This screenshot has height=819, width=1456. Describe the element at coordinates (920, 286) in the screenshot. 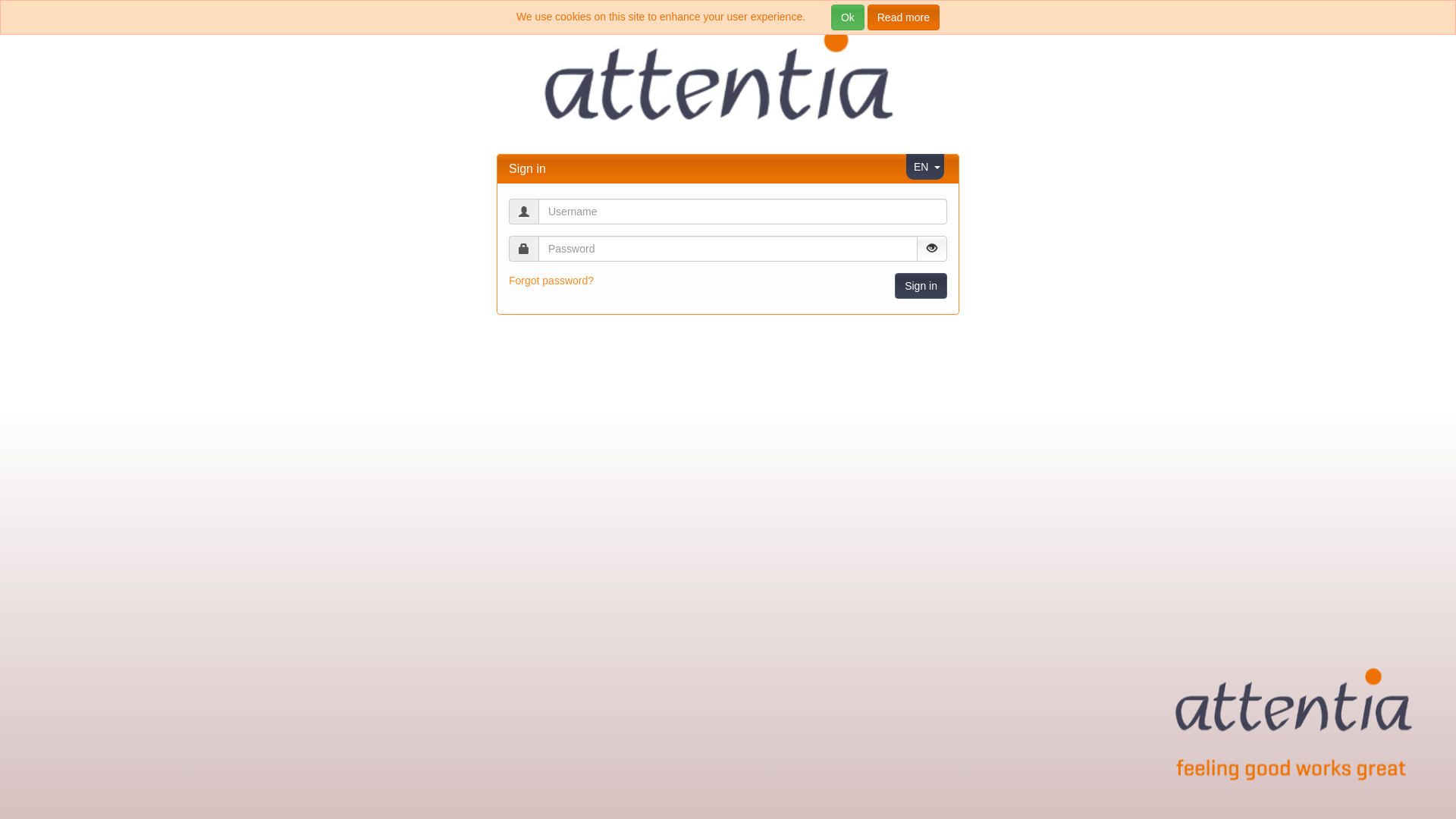

I see `'Sign in'` at that location.